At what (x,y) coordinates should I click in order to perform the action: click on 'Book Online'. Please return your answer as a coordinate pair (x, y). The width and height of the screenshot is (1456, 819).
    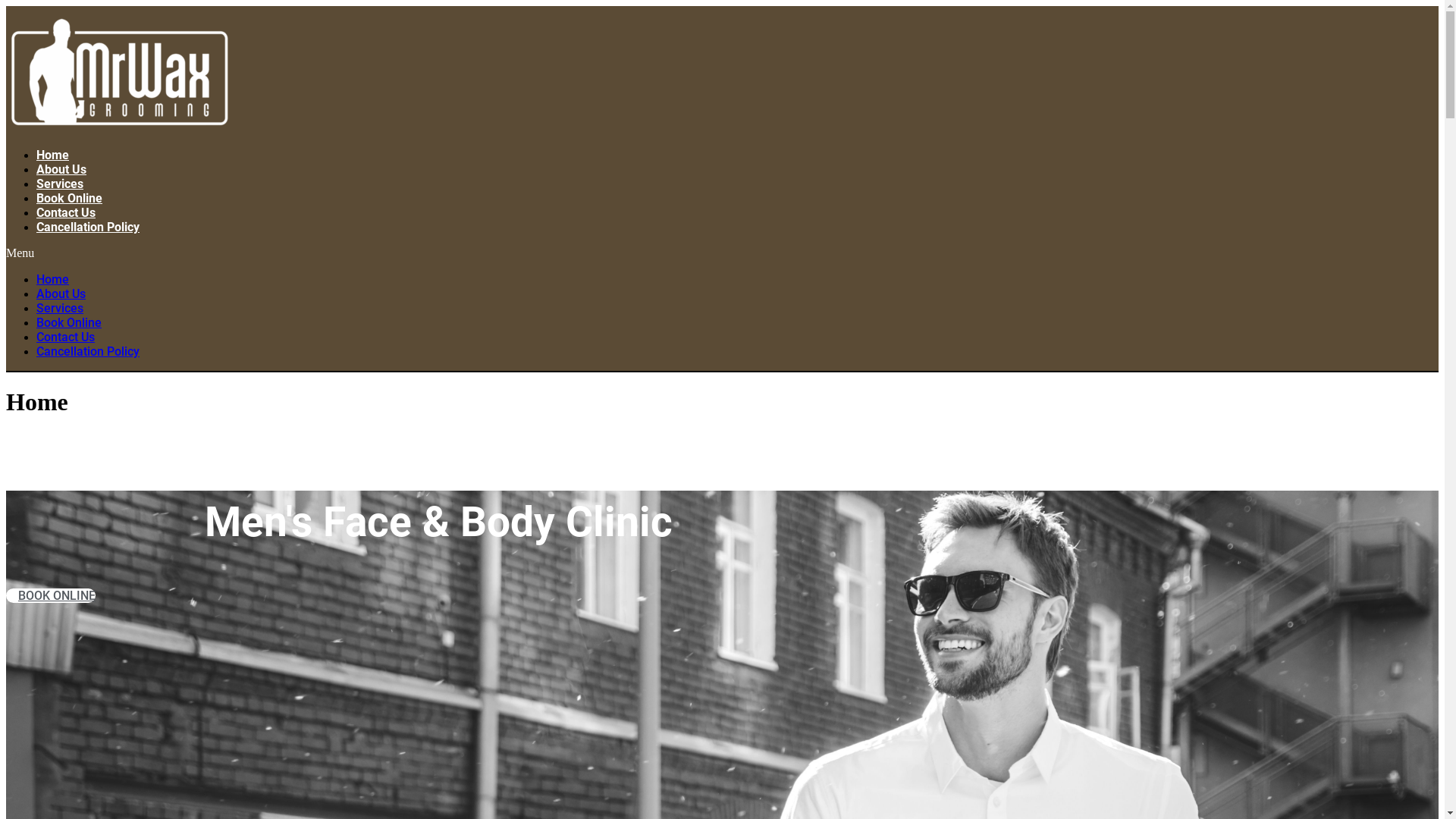
    Looking at the image, I should click on (68, 322).